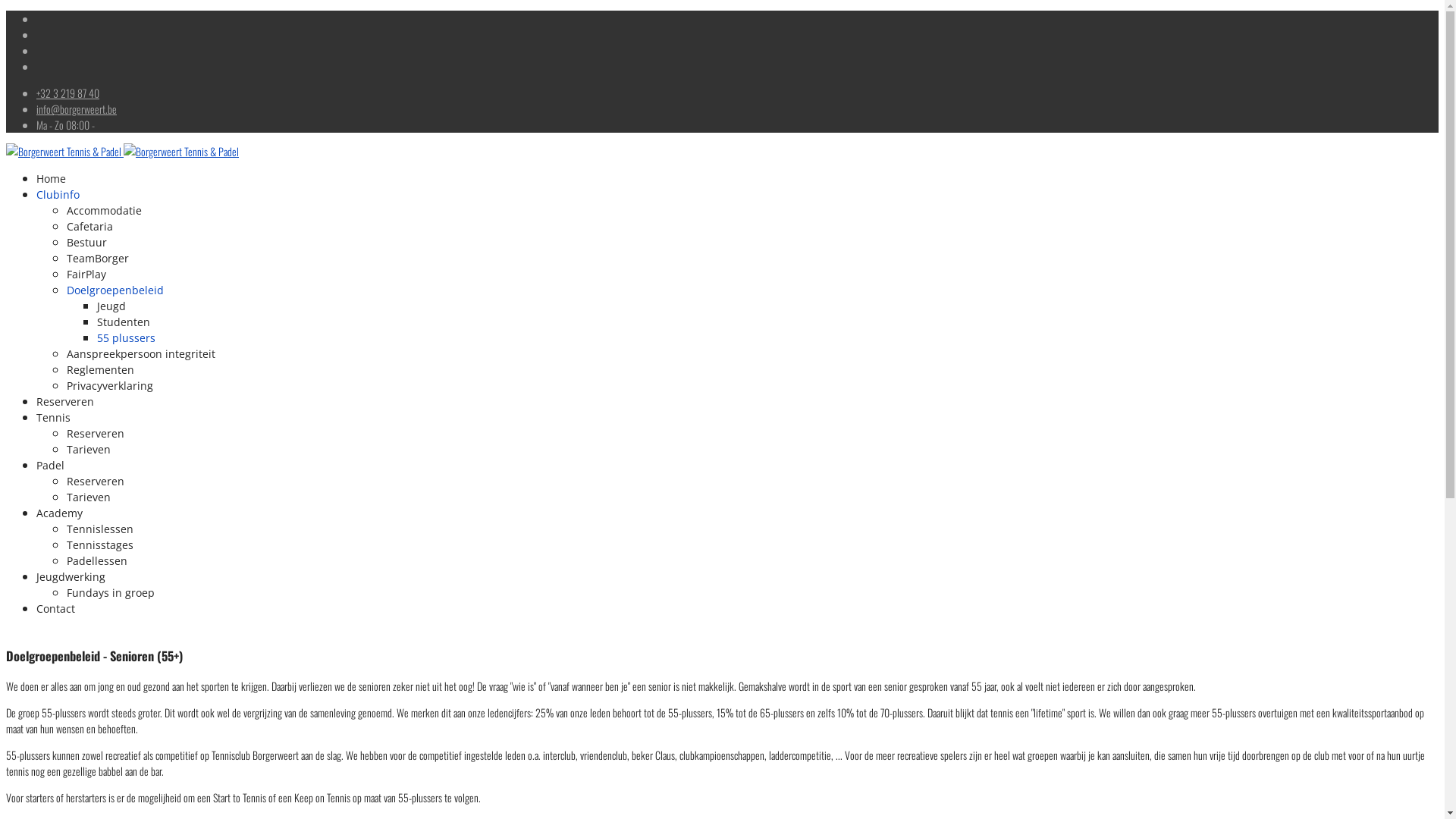 This screenshot has width=1456, height=819. Describe the element at coordinates (51, 177) in the screenshot. I see `'Home'` at that location.